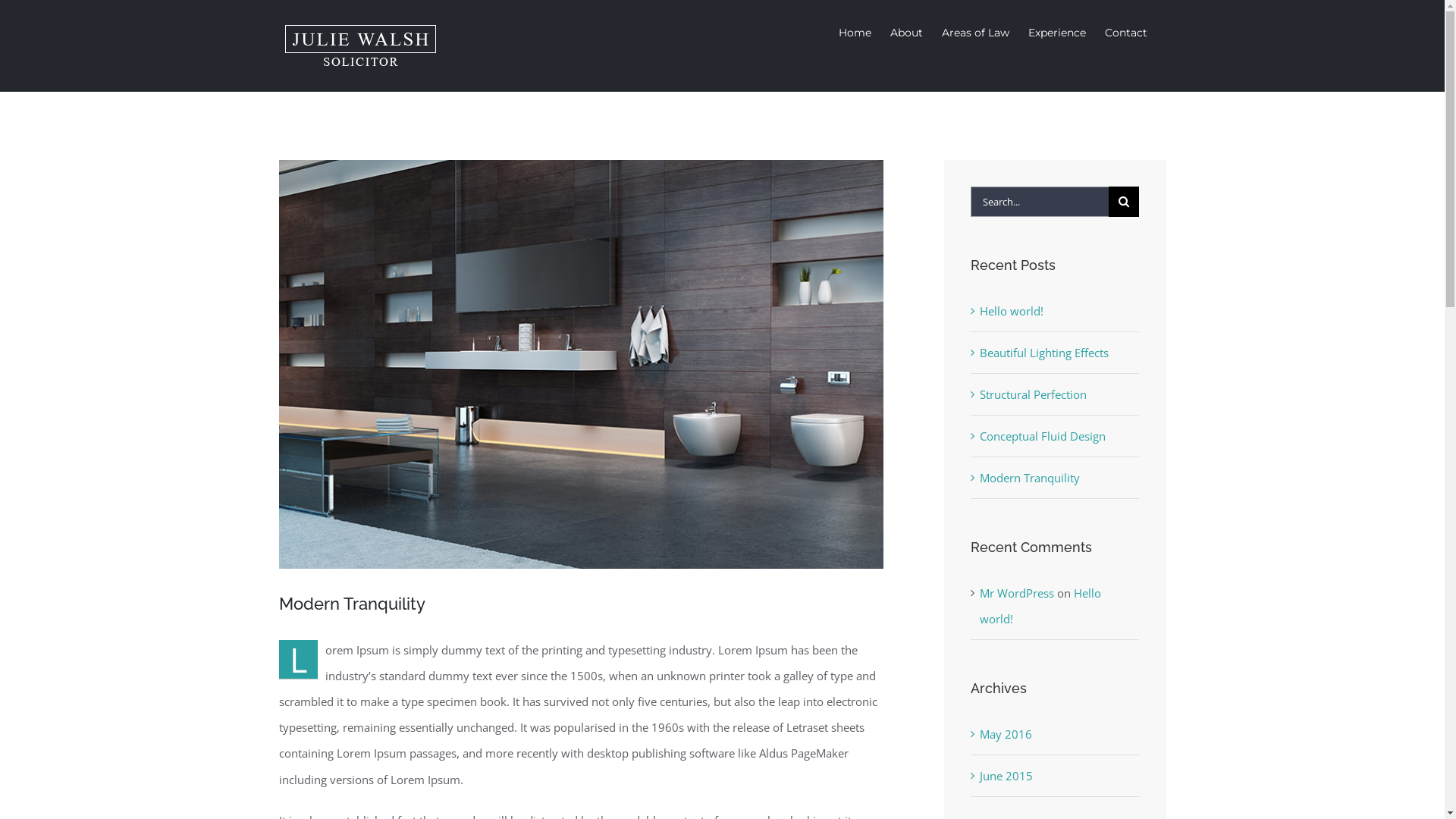 Image resolution: width=1456 pixels, height=819 pixels. Describe the element at coordinates (1006, 775) in the screenshot. I see `'June 2015'` at that location.